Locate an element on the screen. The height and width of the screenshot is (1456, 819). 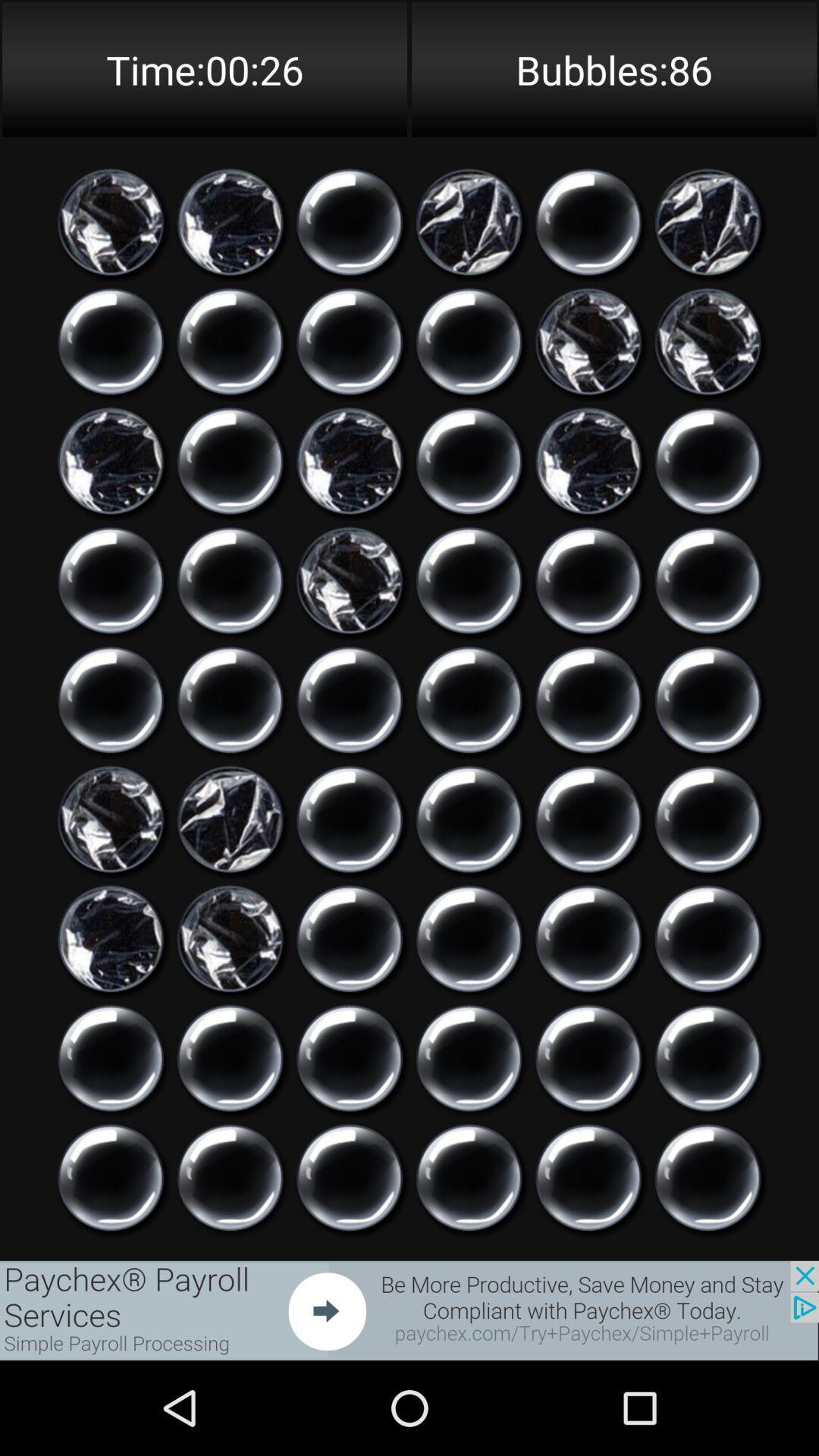
bubble image is located at coordinates (350, 699).